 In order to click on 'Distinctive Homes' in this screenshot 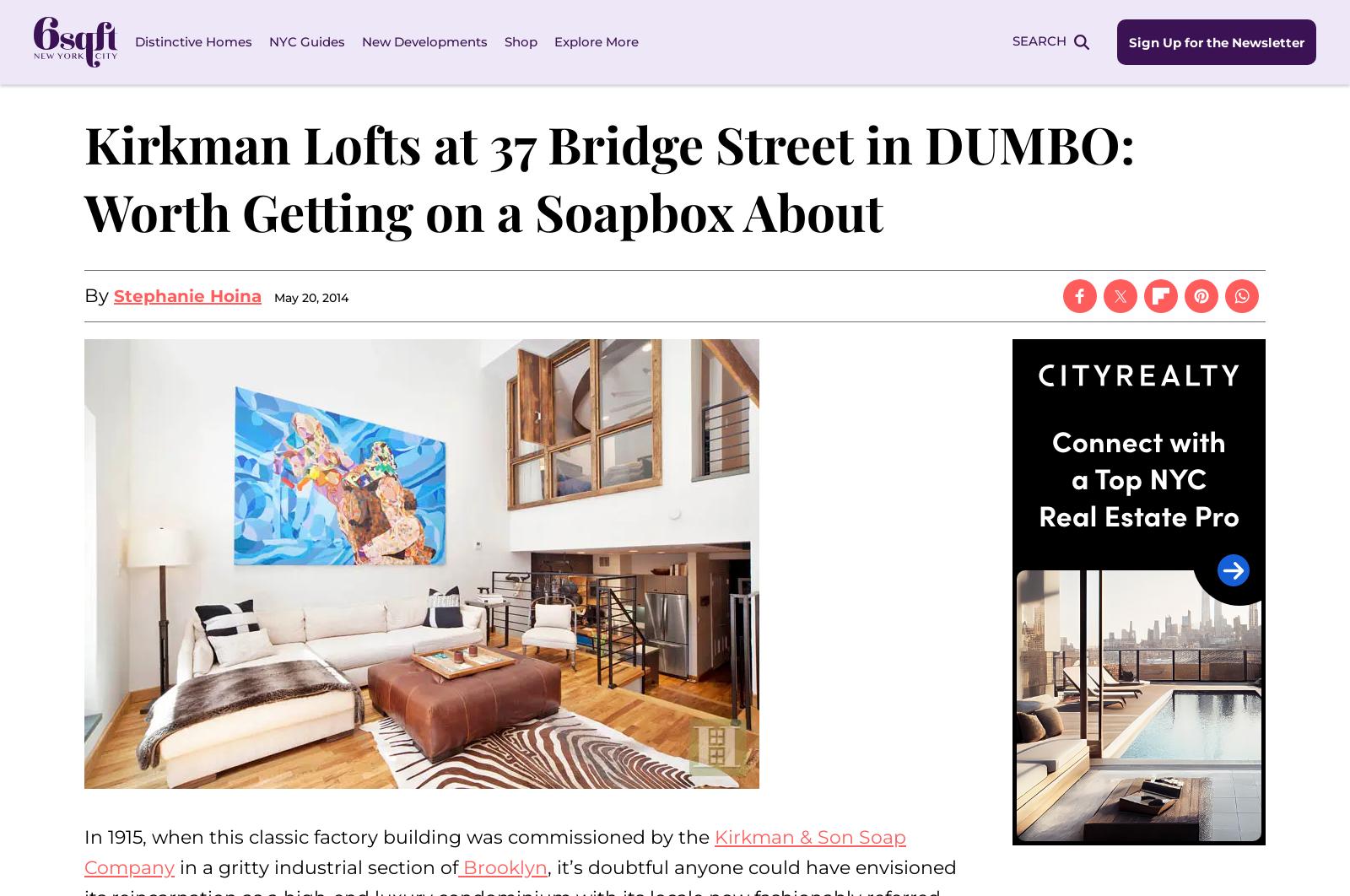, I will do `click(134, 41)`.